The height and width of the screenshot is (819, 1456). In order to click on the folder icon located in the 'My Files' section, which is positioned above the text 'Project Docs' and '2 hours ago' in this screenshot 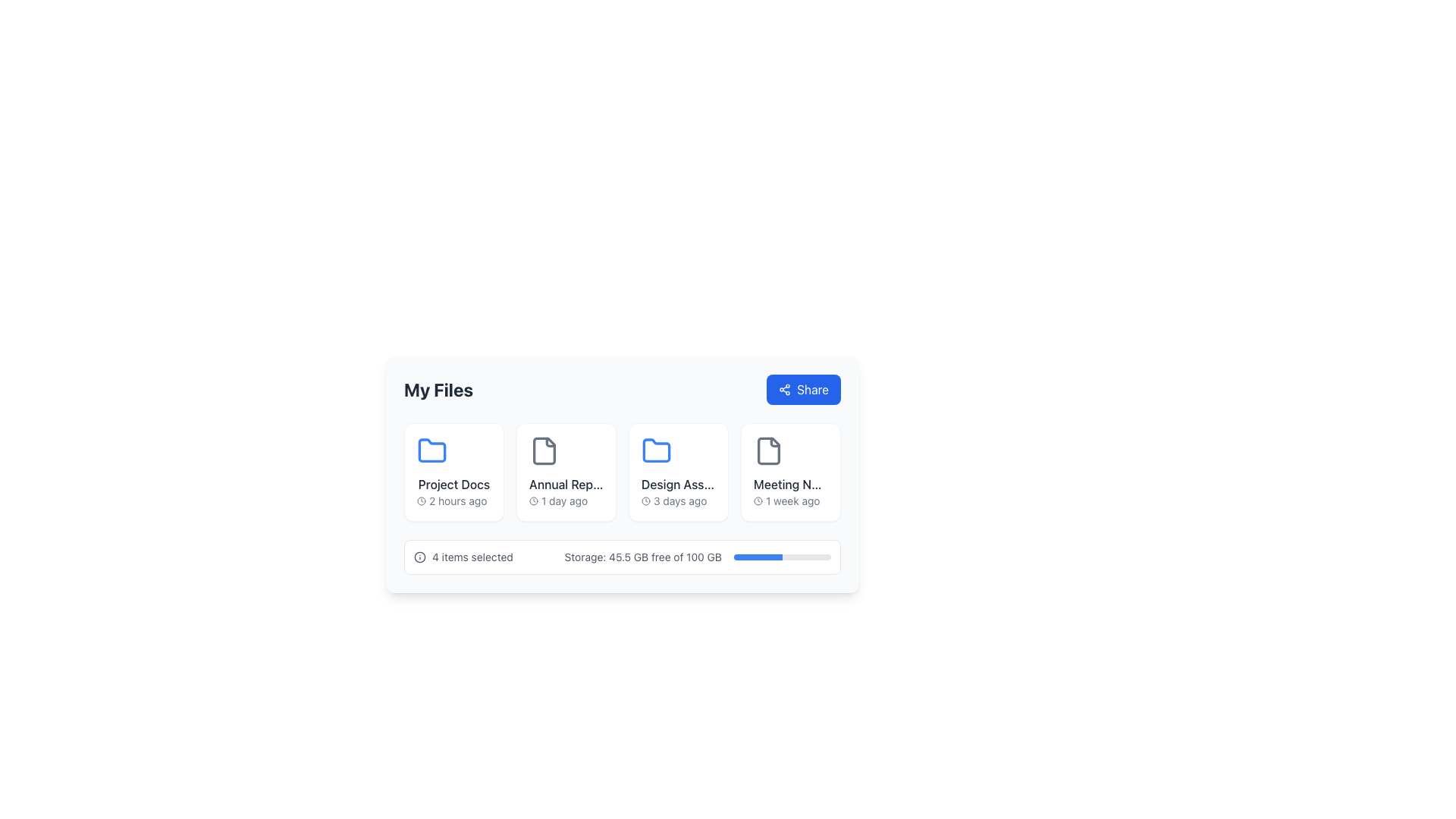, I will do `click(431, 450)`.